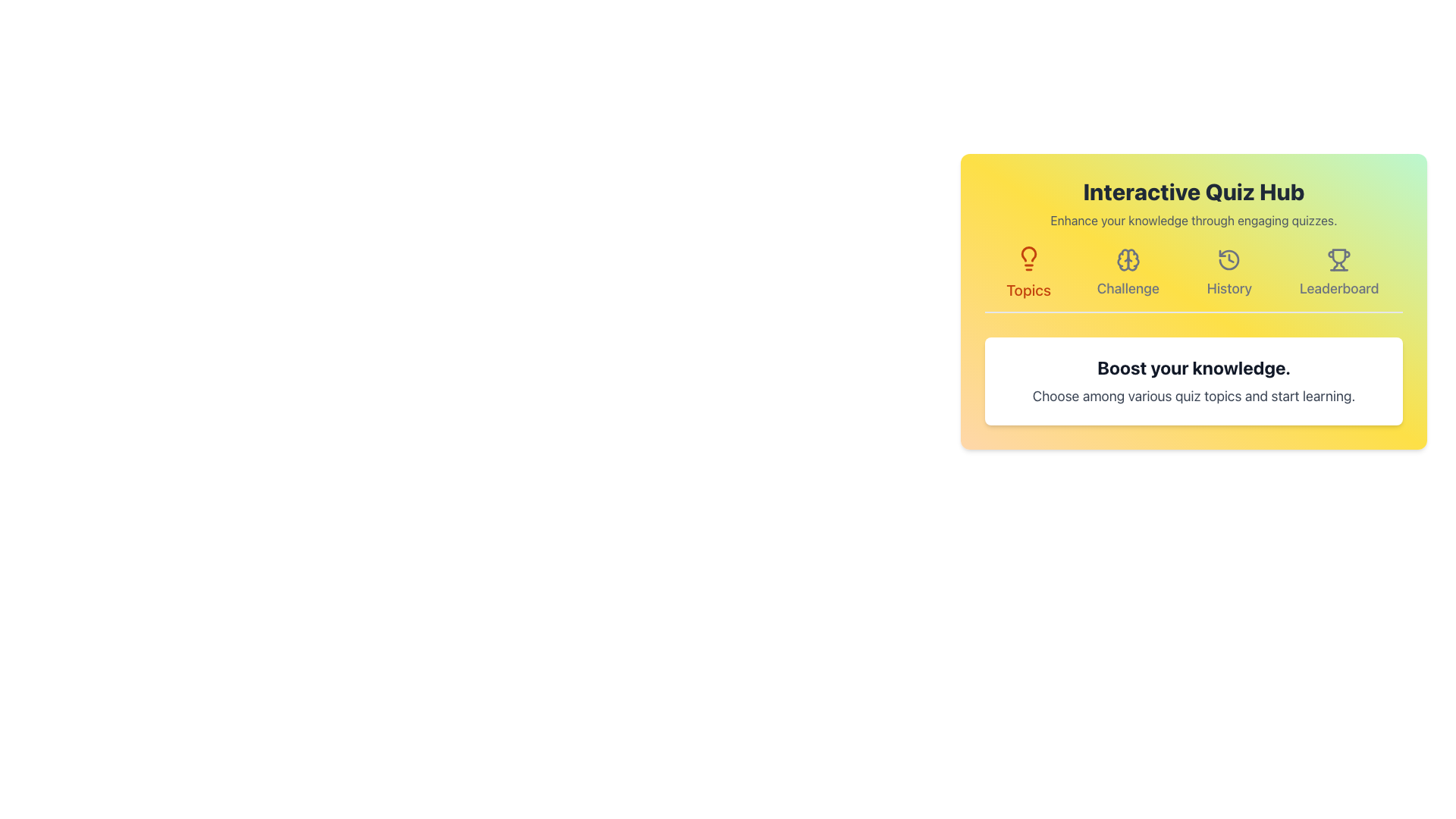  Describe the element at coordinates (1128, 259) in the screenshot. I see `SVG graphic/icon representing the 'Challenge' feature located second from the left in the row of four icons under 'Interactive Quiz Hub'` at that location.